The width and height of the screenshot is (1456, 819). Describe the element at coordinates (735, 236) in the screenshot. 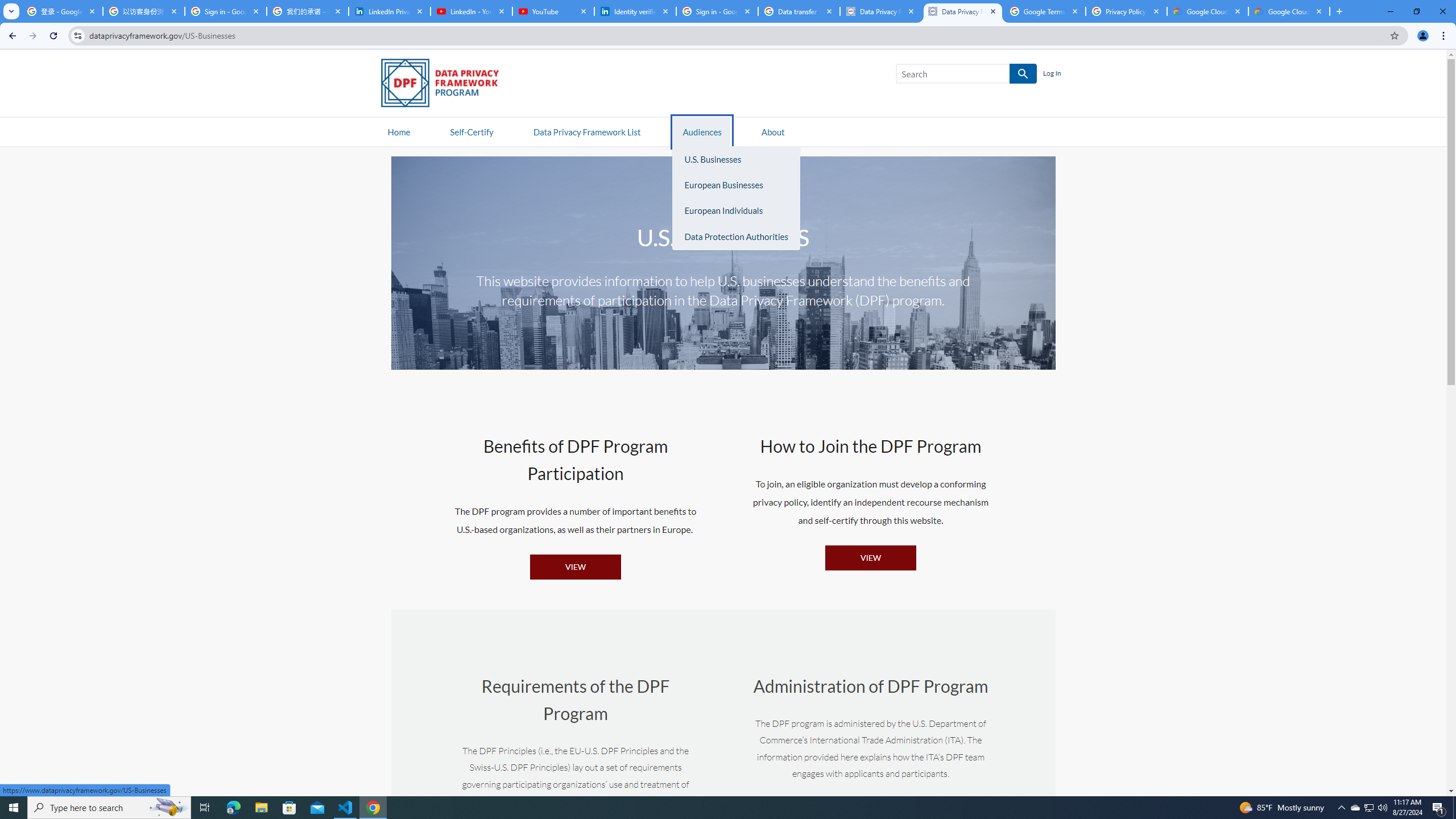

I see `'Data Protection Authorities'` at that location.